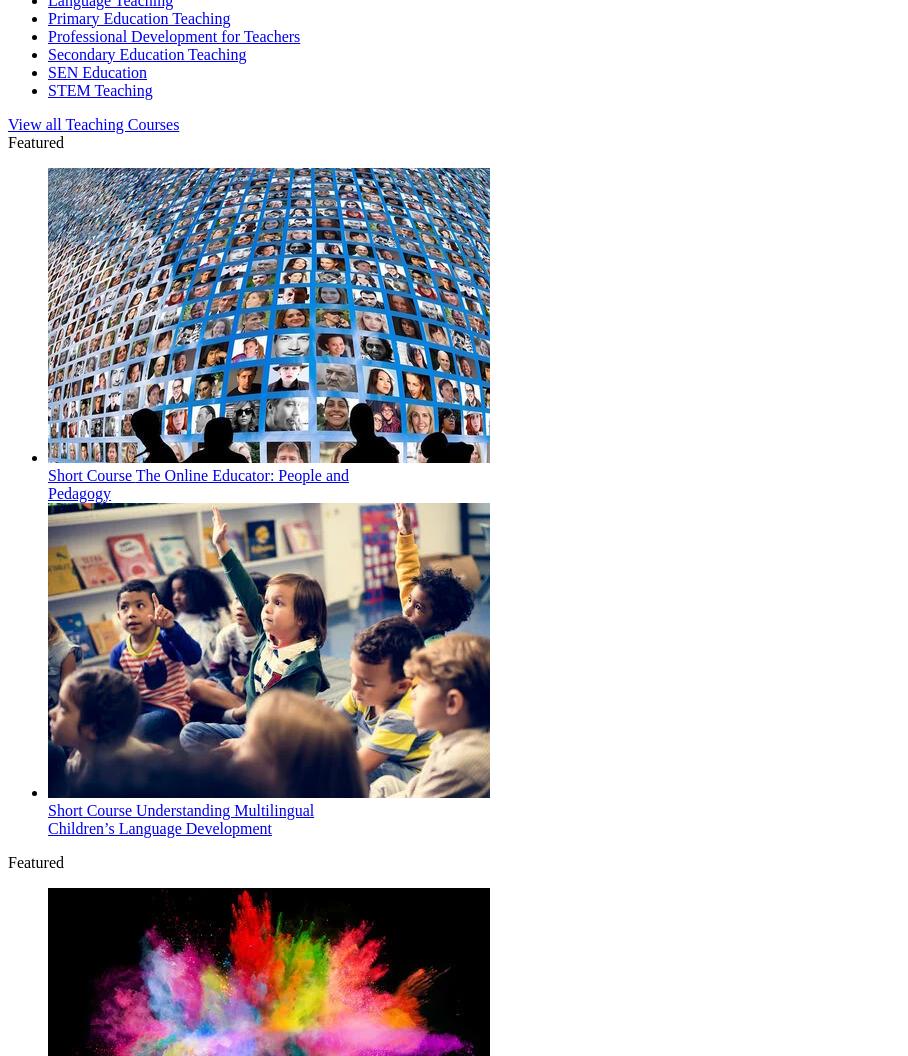 Image resolution: width=908 pixels, height=1056 pixels. Describe the element at coordinates (48, 53) in the screenshot. I see `'Secondary Education Teaching'` at that location.